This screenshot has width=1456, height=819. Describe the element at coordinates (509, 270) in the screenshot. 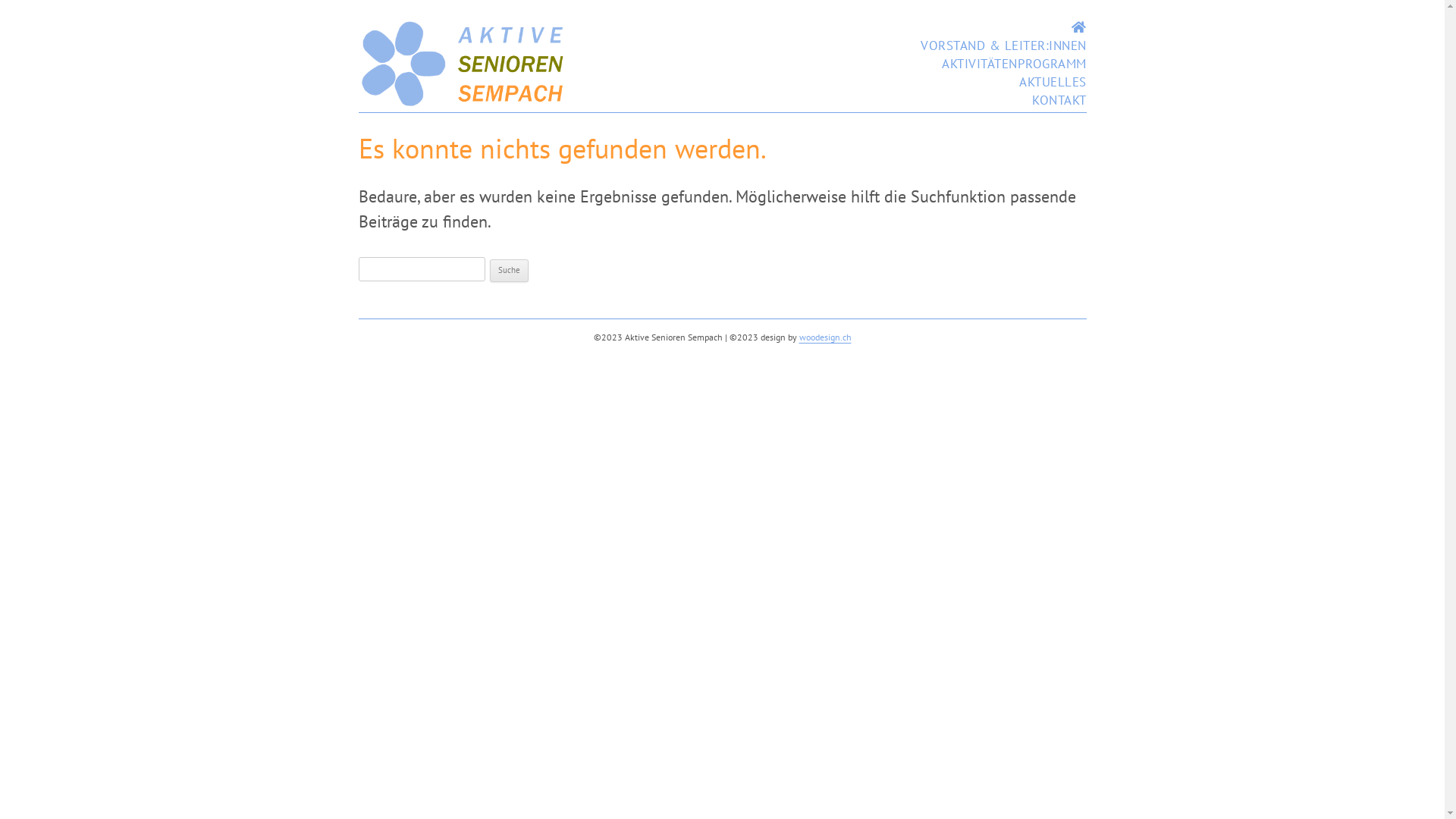

I see `'Suche'` at that location.